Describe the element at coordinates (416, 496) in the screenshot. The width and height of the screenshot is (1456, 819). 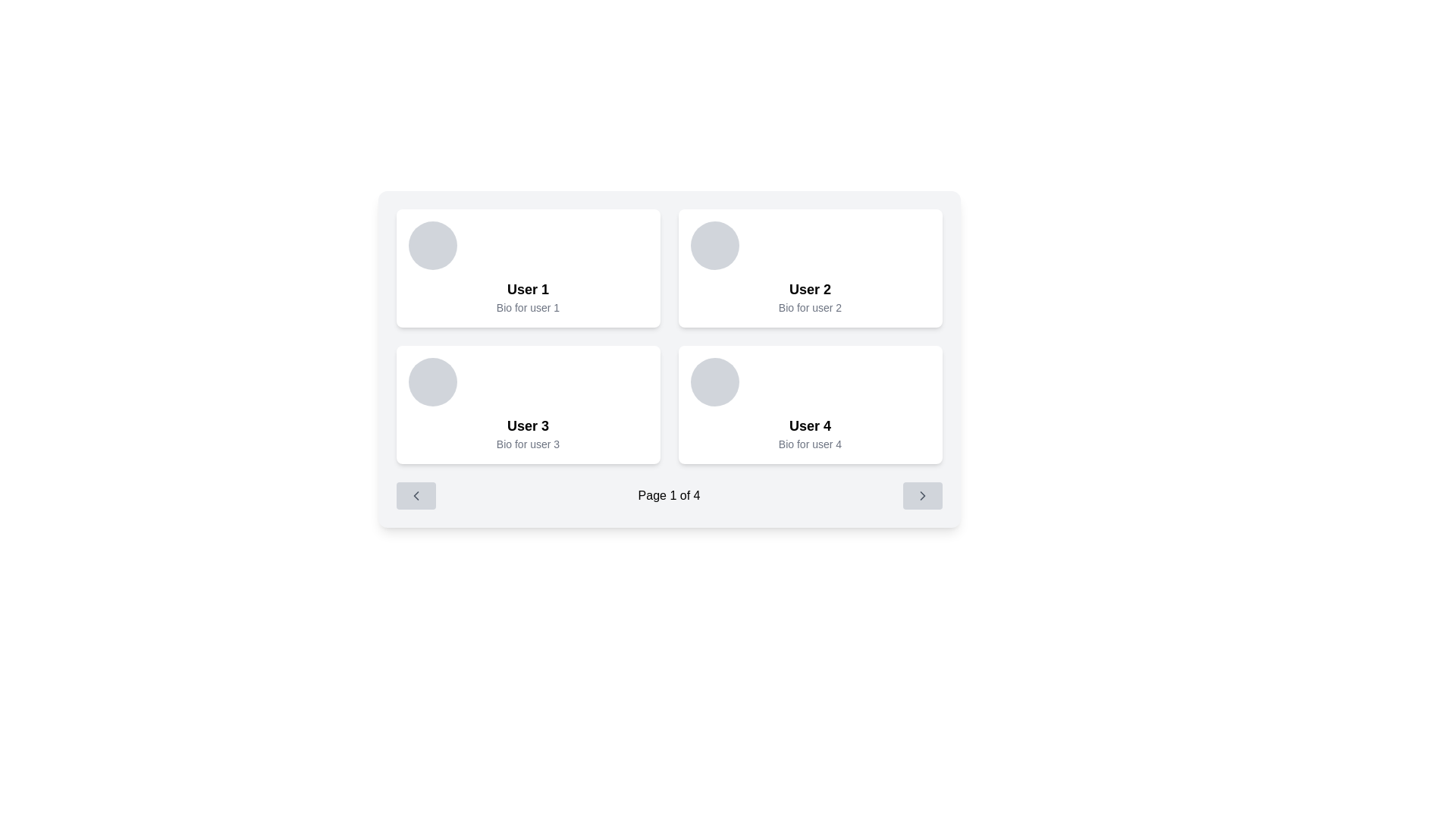
I see `the left-pointing chevron icon within the light grey rounded rectangular button at the bottom left of the interface` at that location.